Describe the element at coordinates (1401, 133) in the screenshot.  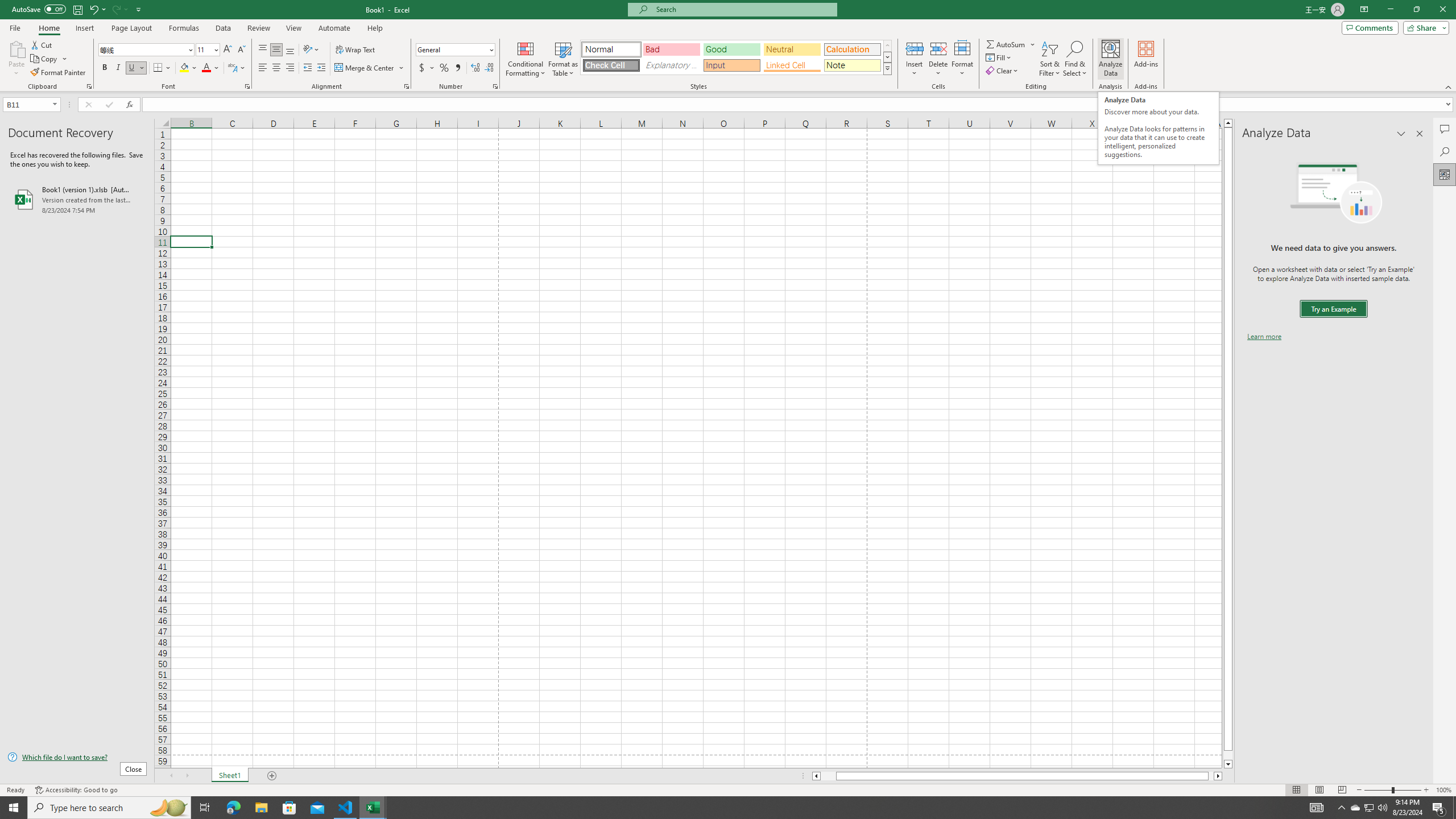
I see `'Task Pane Options'` at that location.